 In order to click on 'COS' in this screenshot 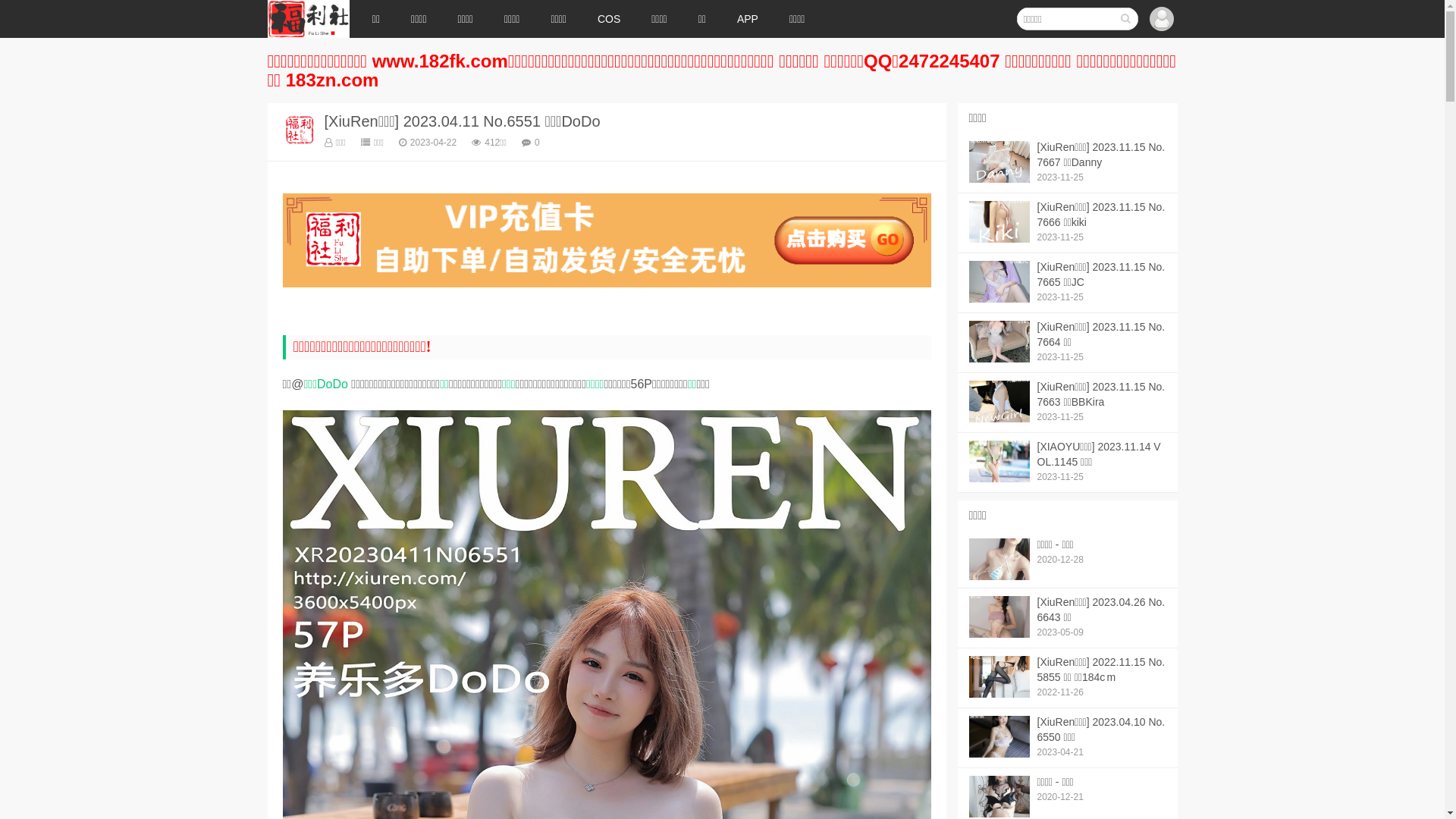, I will do `click(608, 18)`.